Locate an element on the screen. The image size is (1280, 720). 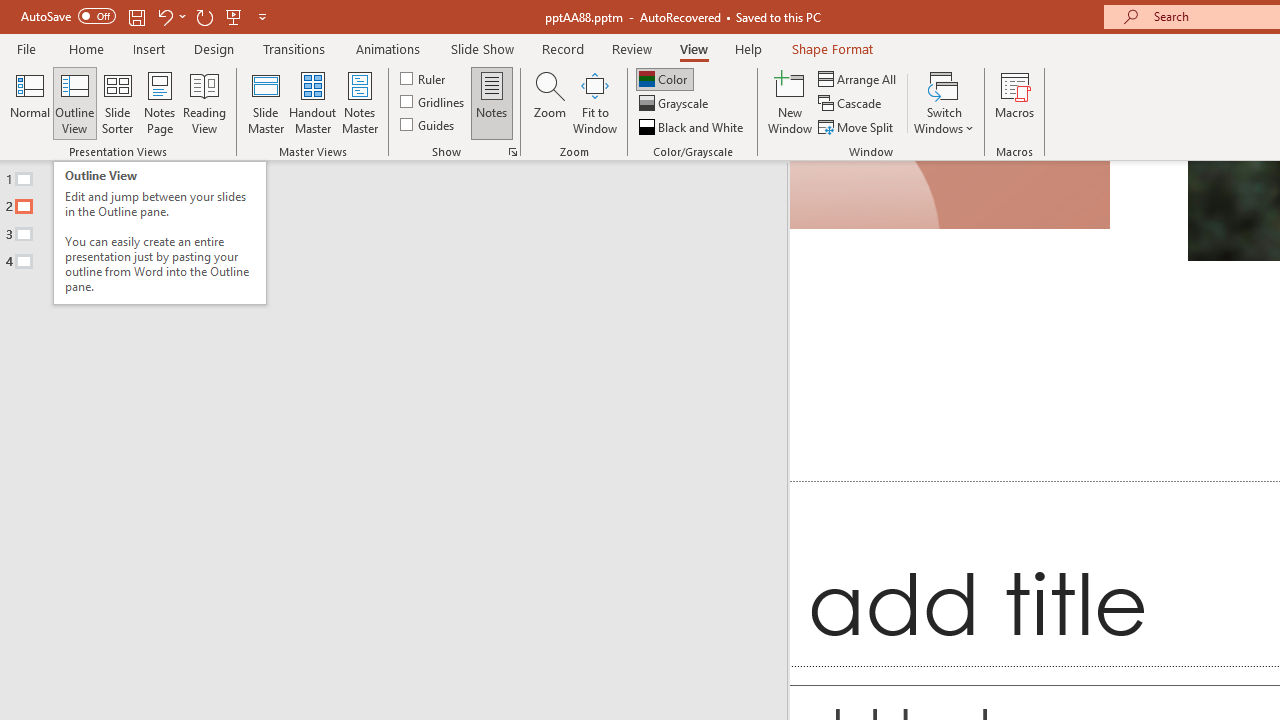
'Macros' is located at coordinates (1015, 103).